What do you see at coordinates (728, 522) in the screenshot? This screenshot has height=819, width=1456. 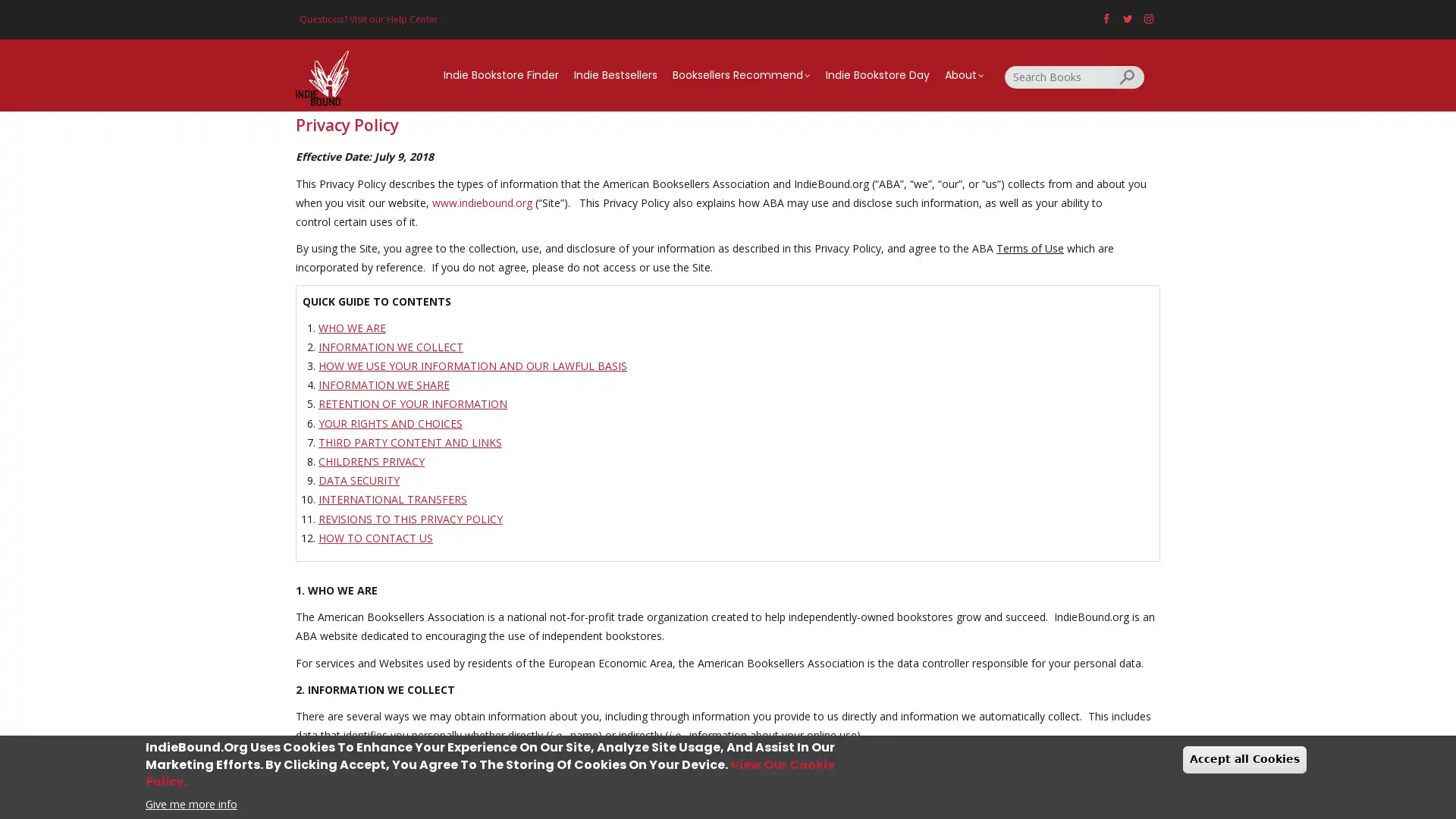 I see `Subscribe` at bounding box center [728, 522].